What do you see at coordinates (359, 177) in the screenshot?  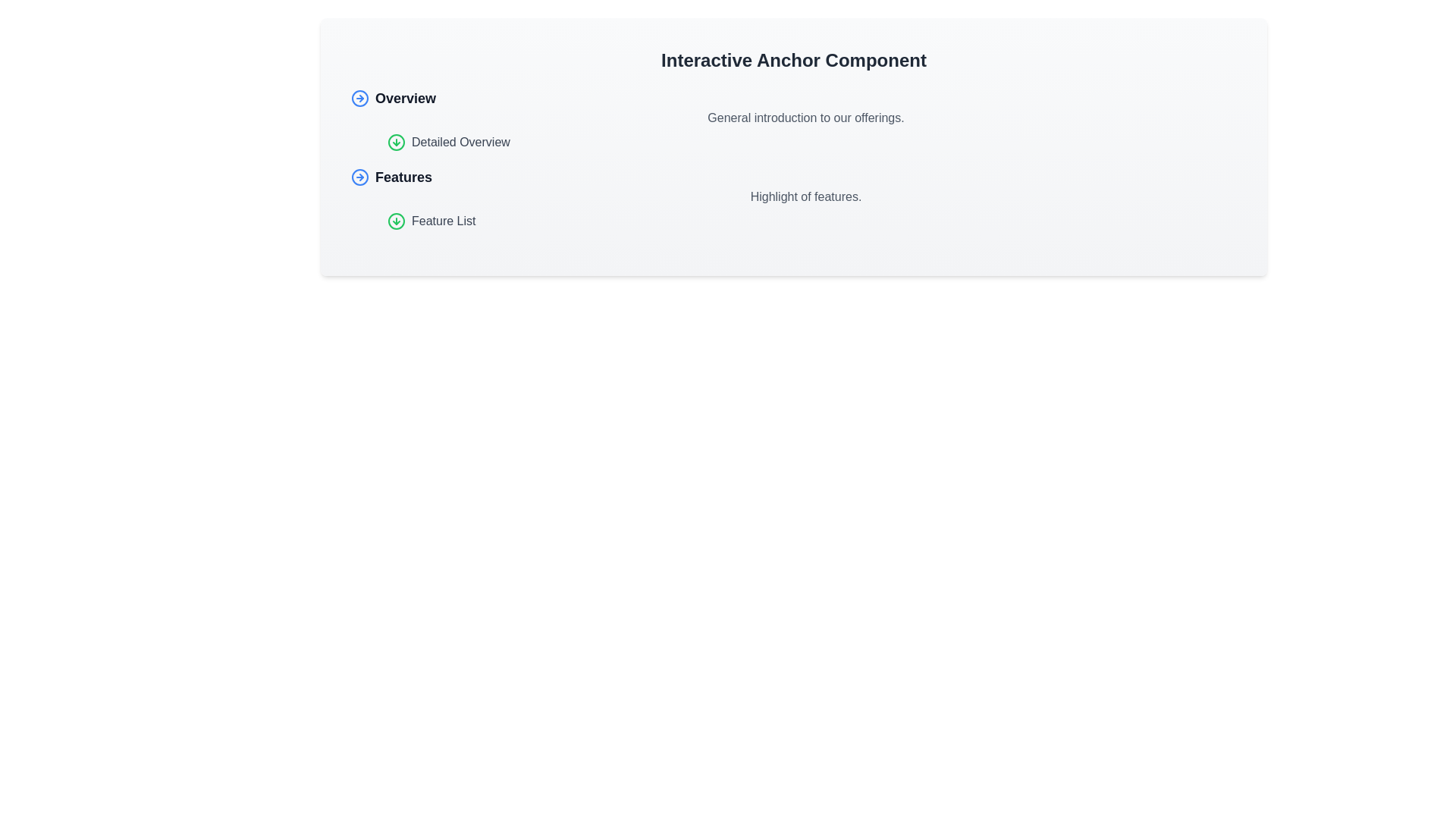 I see `the circular icon with a rightward-pointing arrow, outlined in blue, located to the left of the 'Features' heading` at bounding box center [359, 177].